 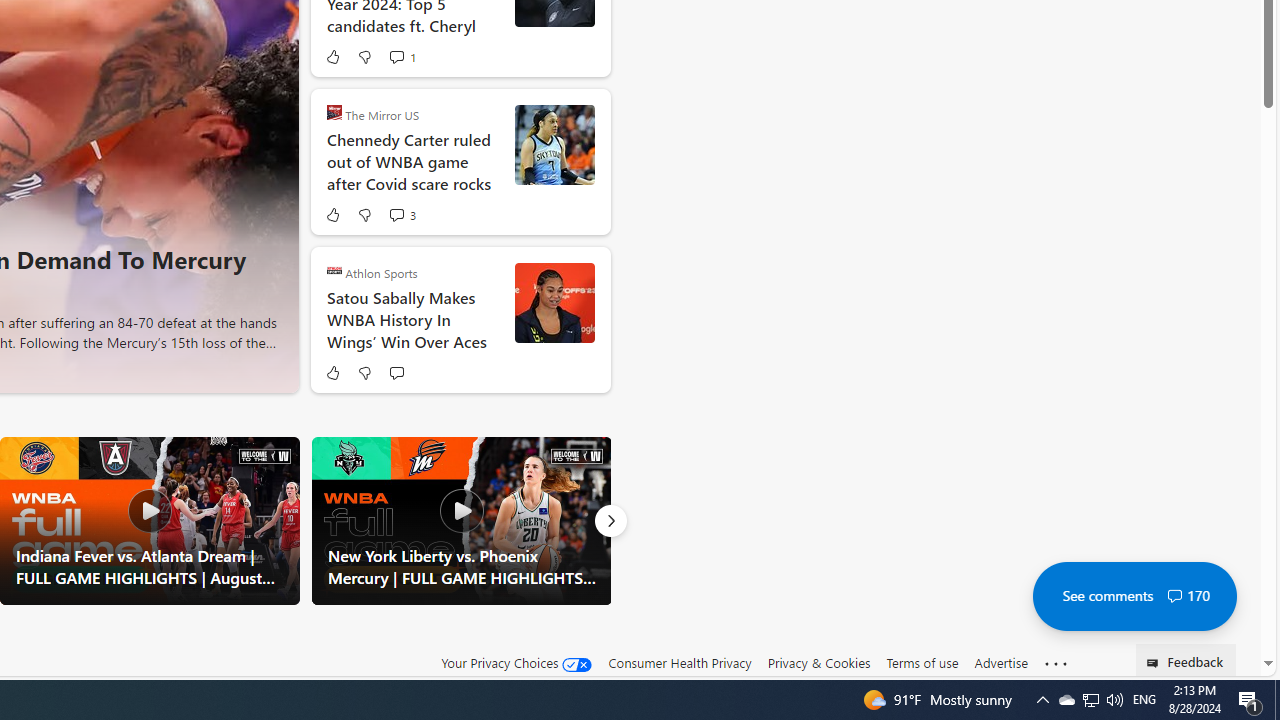 I want to click on 'Class: feedback_link_icon-DS-EntryPoint1-1', so click(x=1156, y=663).